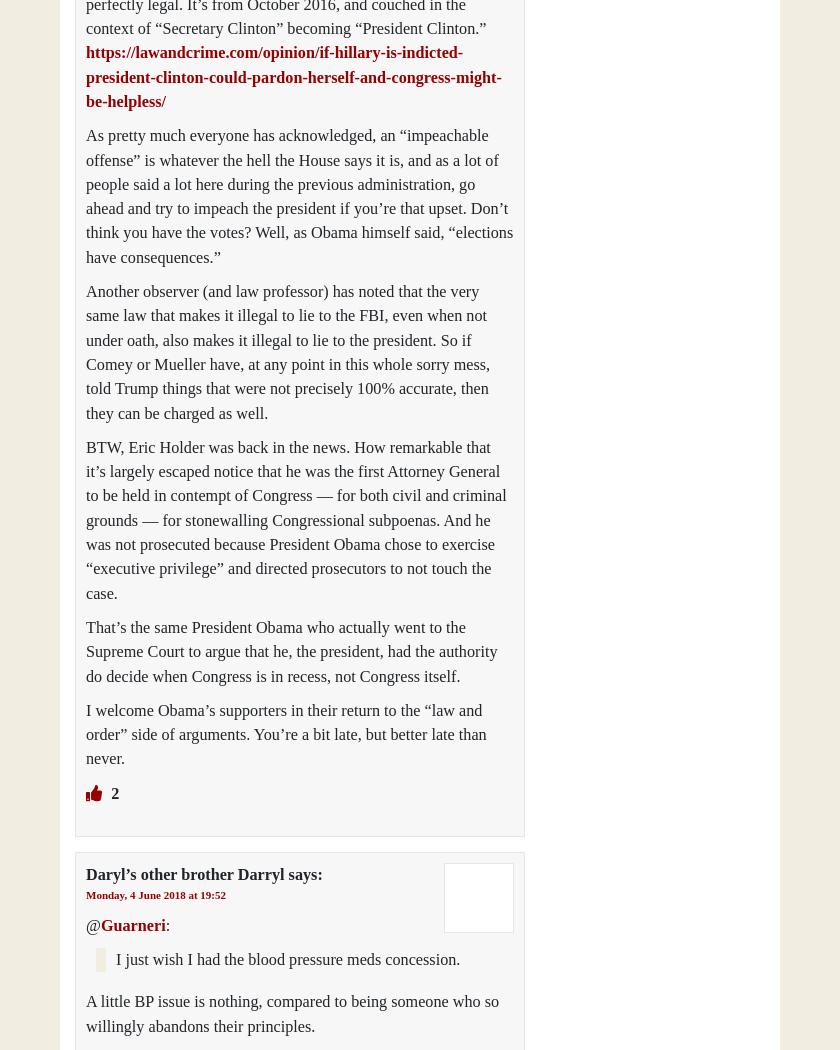 Image resolution: width=840 pixels, height=1050 pixels. Describe the element at coordinates (291, 650) in the screenshot. I see `'That’s the same President Obama who actually went to the Supreme Court to argue that he, the president, had the authority do decide when Congress is in recess, not Congress itself.'` at that location.